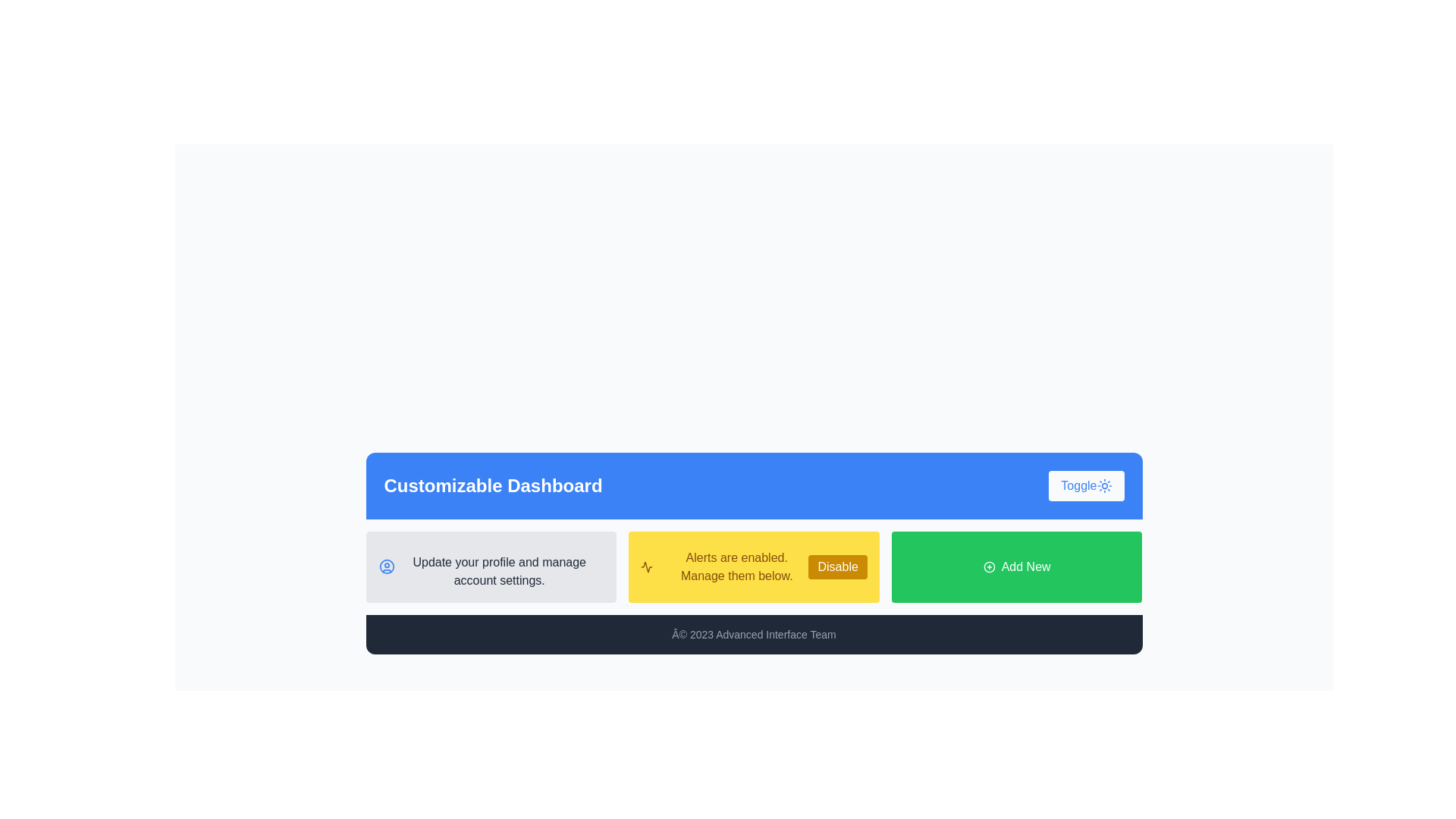 The height and width of the screenshot is (819, 1456). What do you see at coordinates (1026, 567) in the screenshot?
I see `the 'Add New' text label on the green button located at the bottom-right corner of the interface` at bounding box center [1026, 567].